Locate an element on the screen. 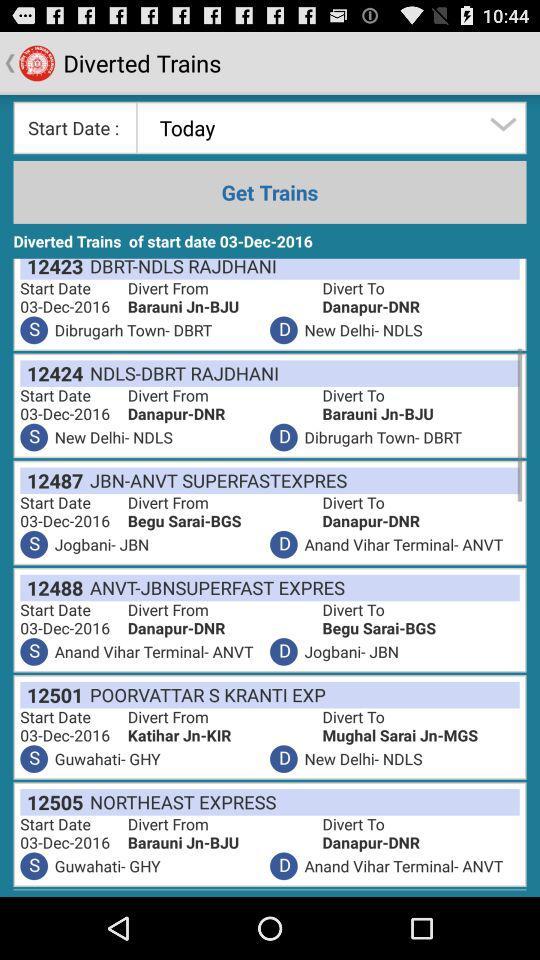 The height and width of the screenshot is (960, 540). item below   s icon is located at coordinates (51, 587).